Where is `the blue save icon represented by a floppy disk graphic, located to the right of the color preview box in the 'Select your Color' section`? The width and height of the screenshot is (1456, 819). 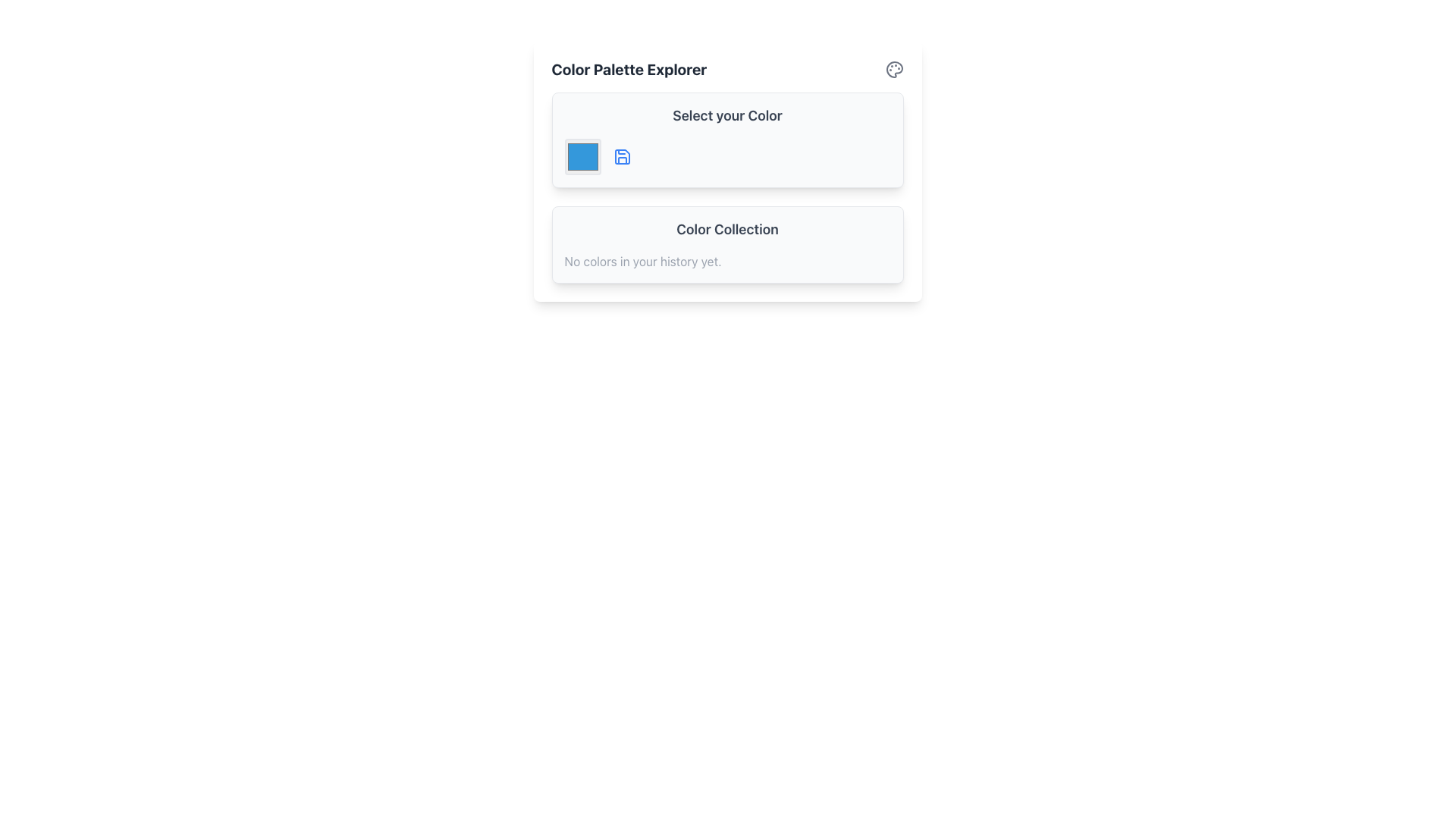
the blue save icon represented by a floppy disk graphic, located to the right of the color preview box in the 'Select your Color' section is located at coordinates (622, 157).